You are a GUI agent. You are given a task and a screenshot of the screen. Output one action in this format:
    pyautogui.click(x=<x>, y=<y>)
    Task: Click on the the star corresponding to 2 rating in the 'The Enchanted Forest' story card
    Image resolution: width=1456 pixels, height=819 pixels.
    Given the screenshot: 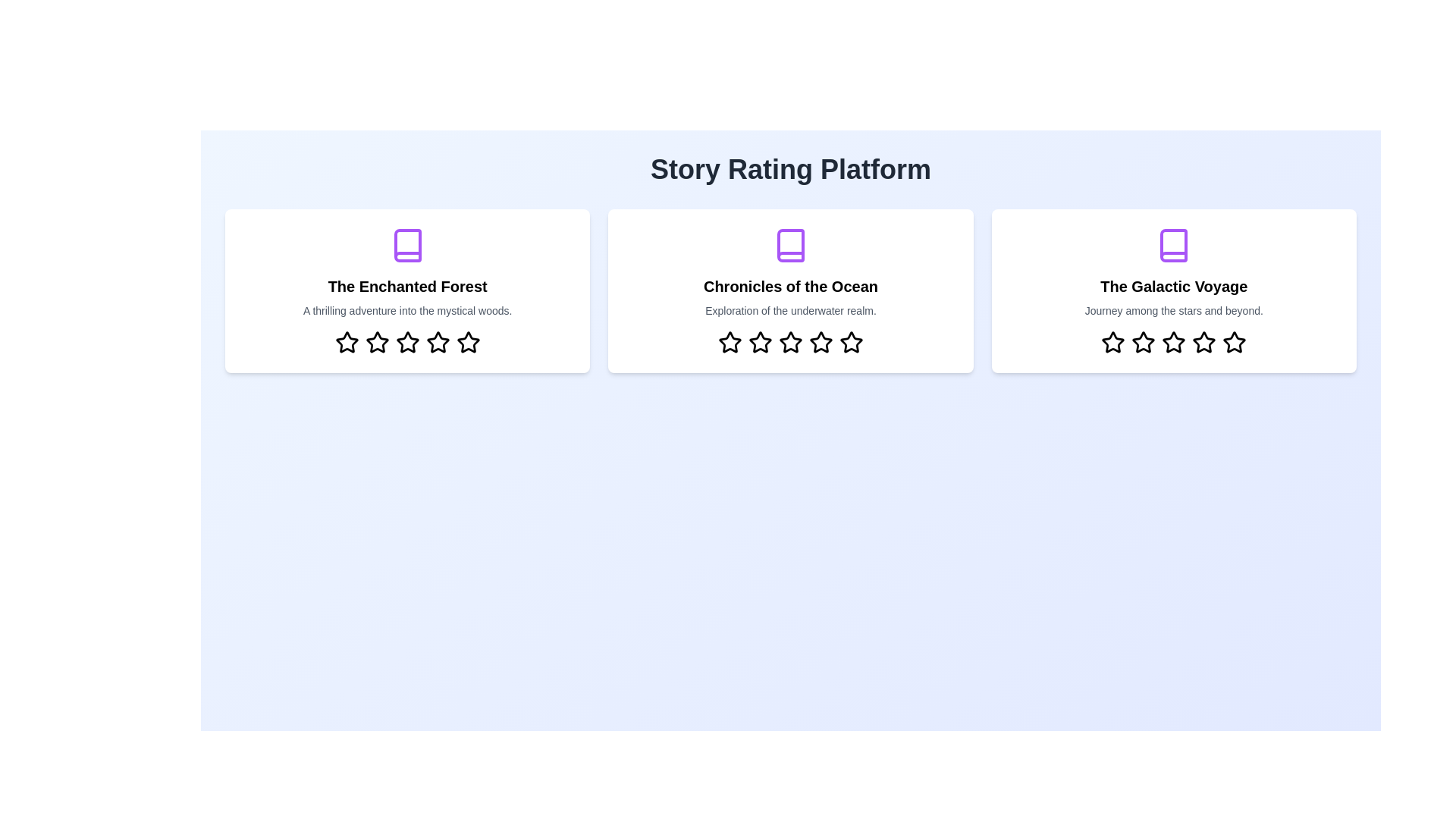 What is the action you would take?
    pyautogui.click(x=377, y=342)
    